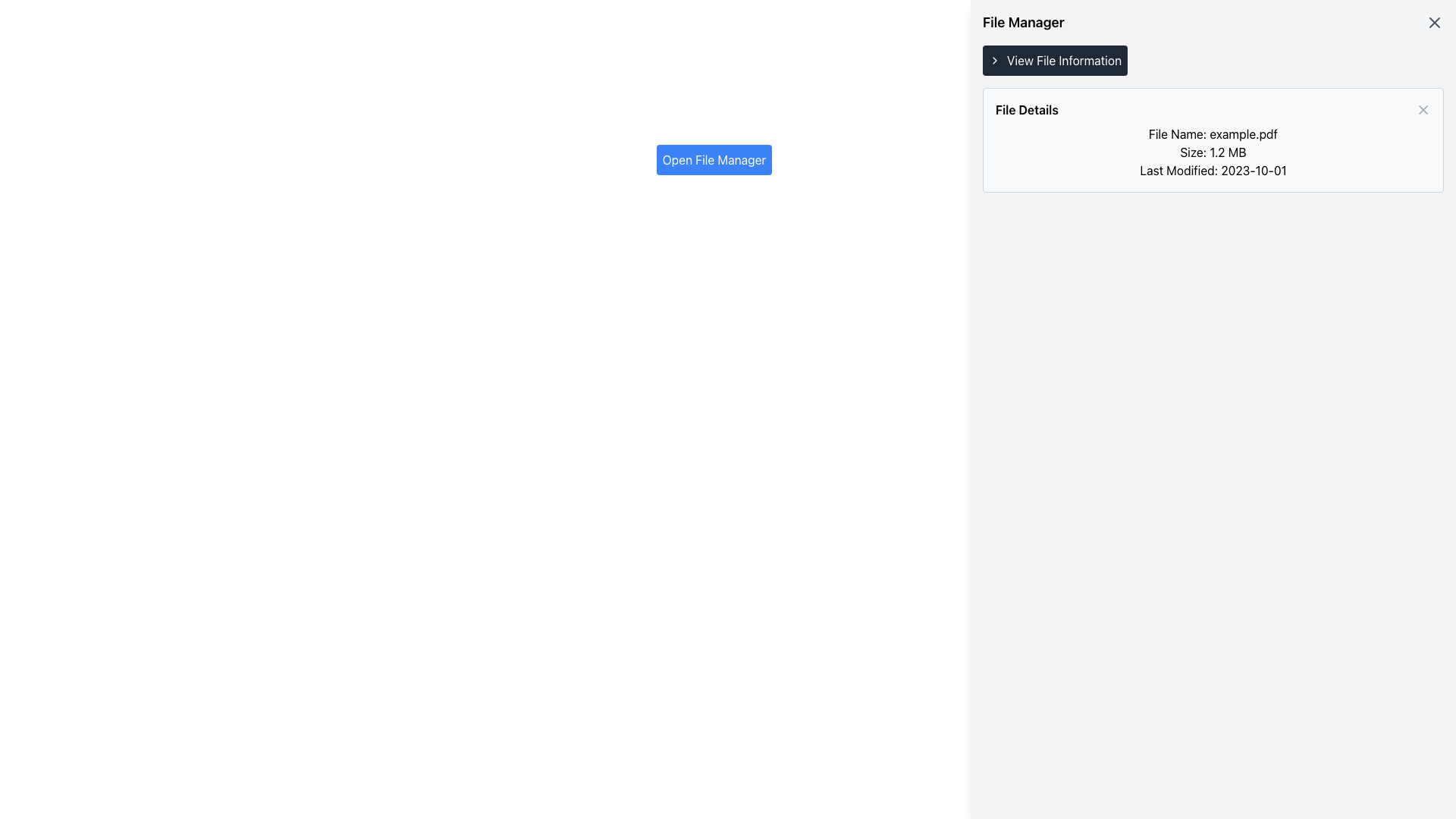 The width and height of the screenshot is (1456, 819). What do you see at coordinates (1027, 109) in the screenshot?
I see `the 'File Details' label, which is a bold text component prominently positioned at the top-right of the content panel` at bounding box center [1027, 109].